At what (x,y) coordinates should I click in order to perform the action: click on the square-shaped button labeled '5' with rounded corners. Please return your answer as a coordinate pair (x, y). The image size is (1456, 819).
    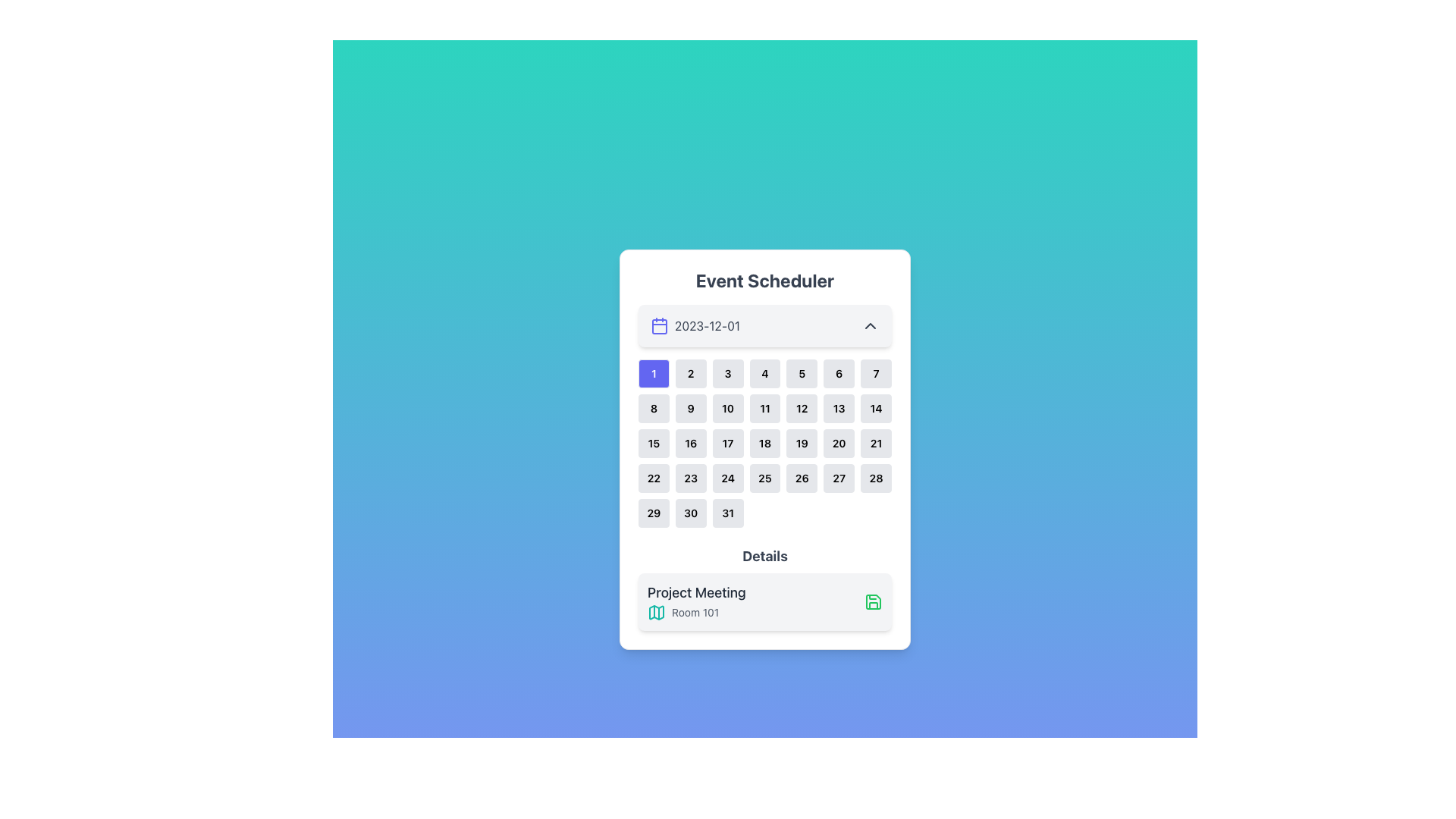
    Looking at the image, I should click on (801, 374).